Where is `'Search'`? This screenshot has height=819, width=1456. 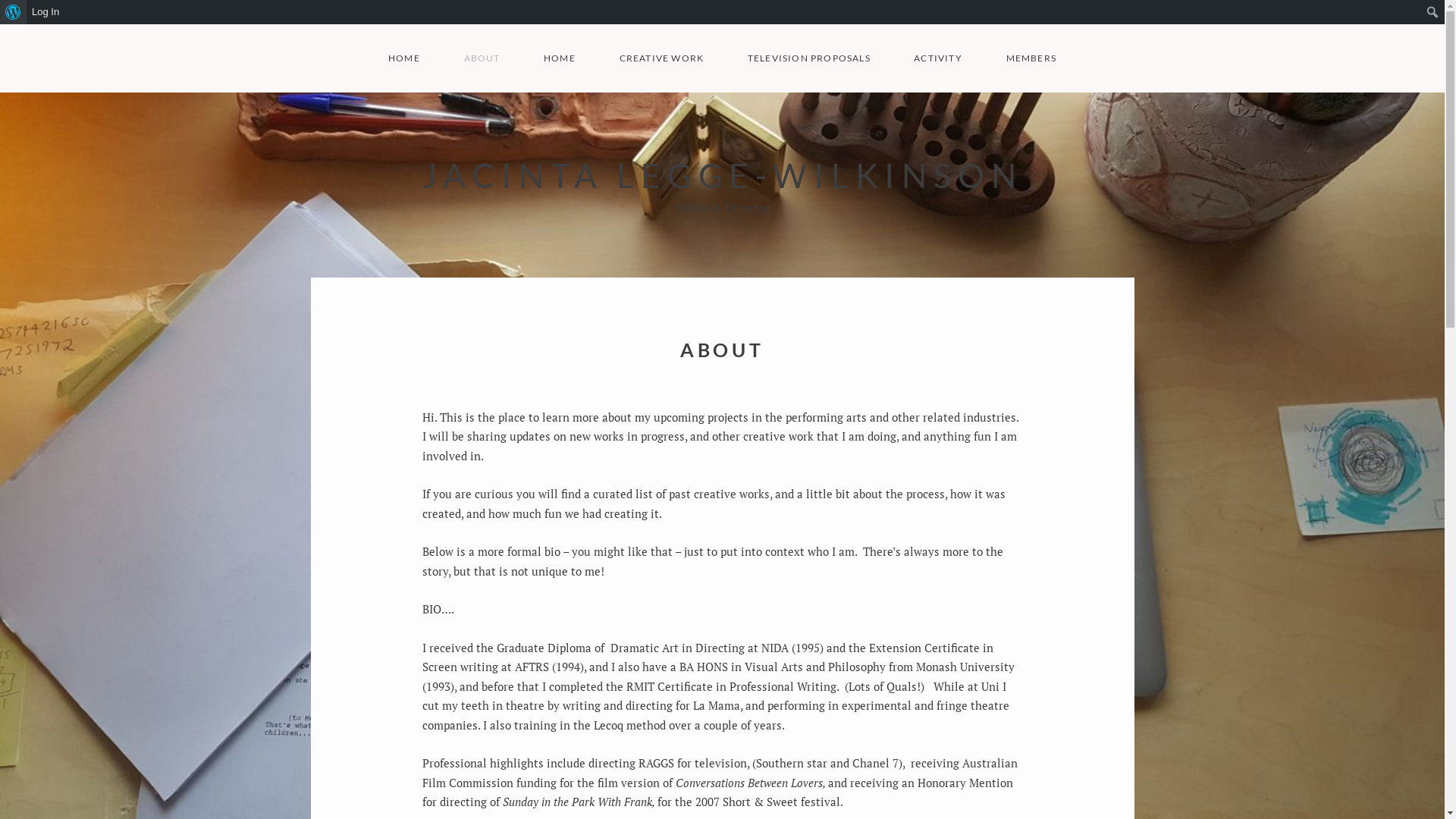 'Search' is located at coordinates (0, 11).